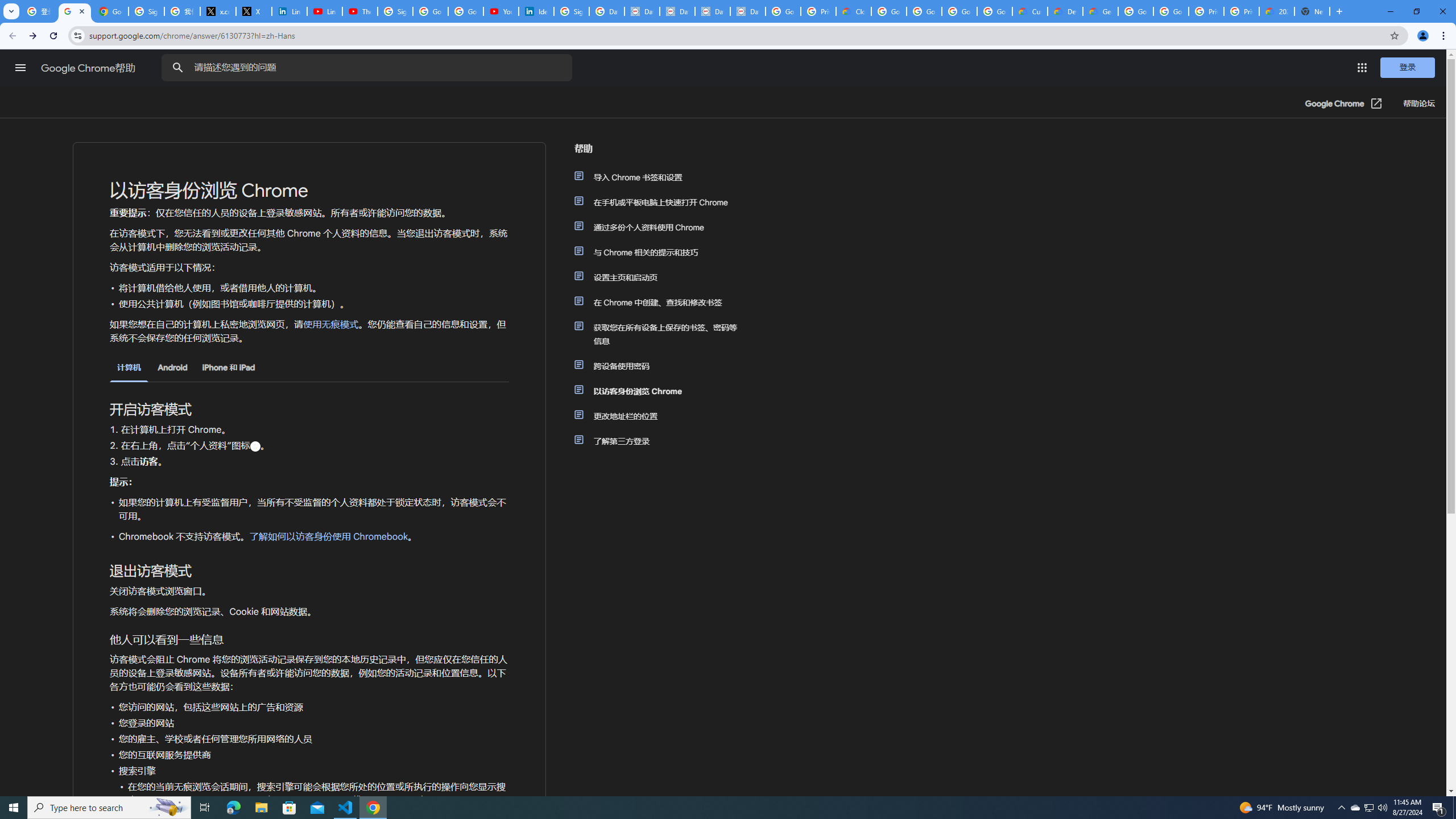 The image size is (1456, 819). Describe the element at coordinates (959, 11) in the screenshot. I see `'Google Workspace - Specific Terms'` at that location.